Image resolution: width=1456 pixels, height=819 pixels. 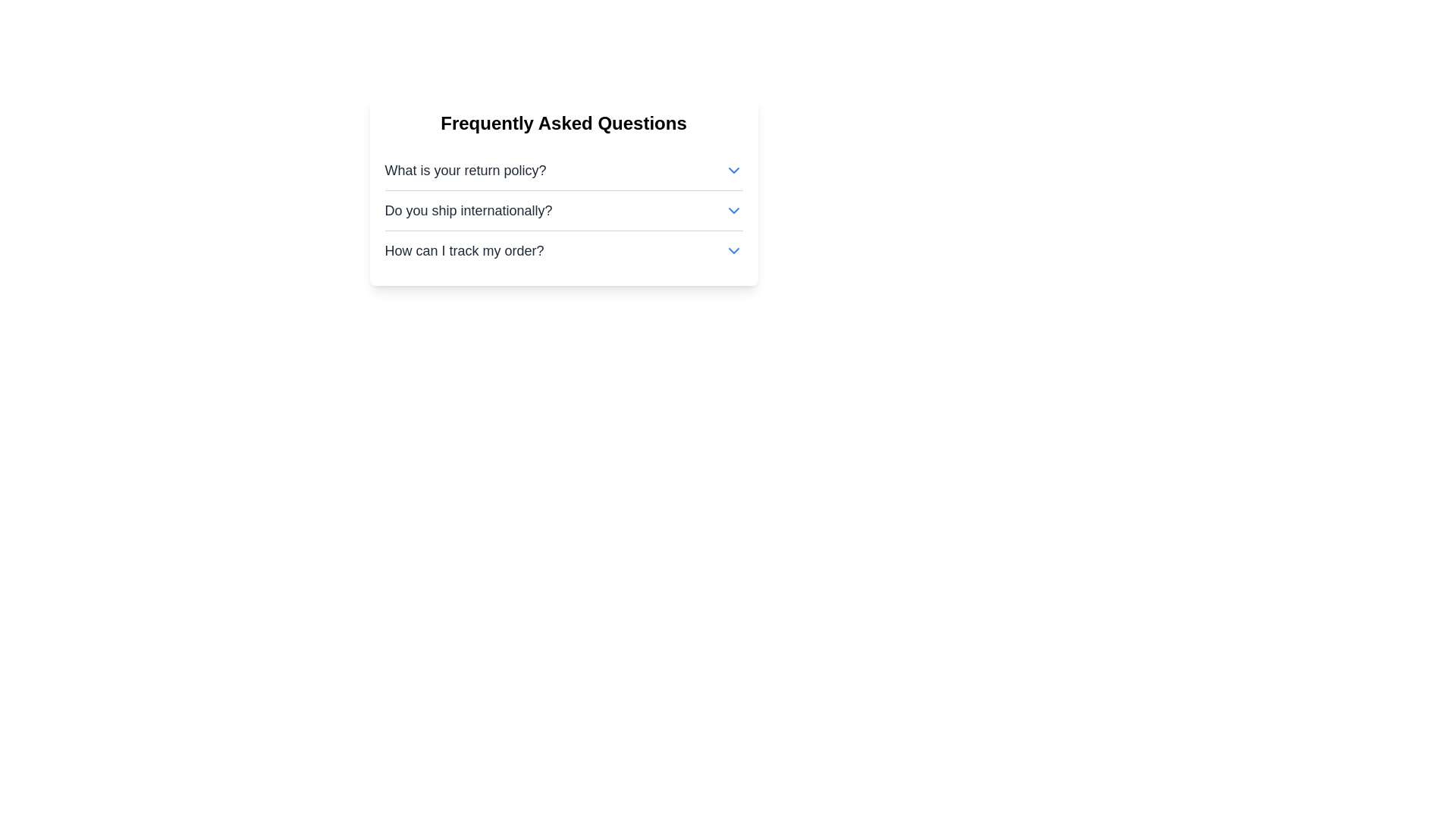 What do you see at coordinates (563, 122) in the screenshot?
I see `text header that says 'Frequently Asked Questions', which is a large, bold, and centered title above the FAQ section` at bounding box center [563, 122].